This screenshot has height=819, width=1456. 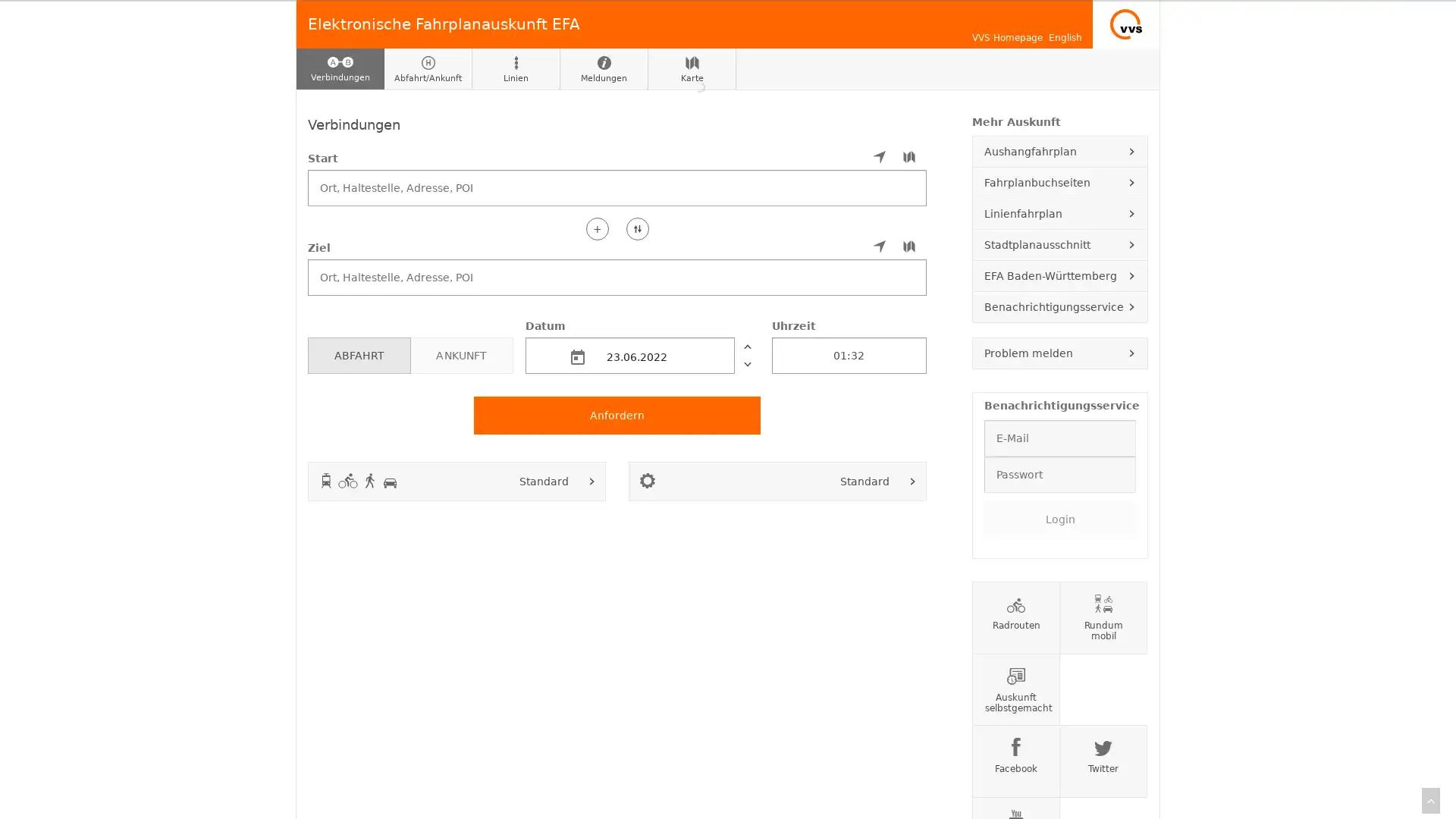 What do you see at coordinates (340, 69) in the screenshot?
I see `Verbindungen` at bounding box center [340, 69].